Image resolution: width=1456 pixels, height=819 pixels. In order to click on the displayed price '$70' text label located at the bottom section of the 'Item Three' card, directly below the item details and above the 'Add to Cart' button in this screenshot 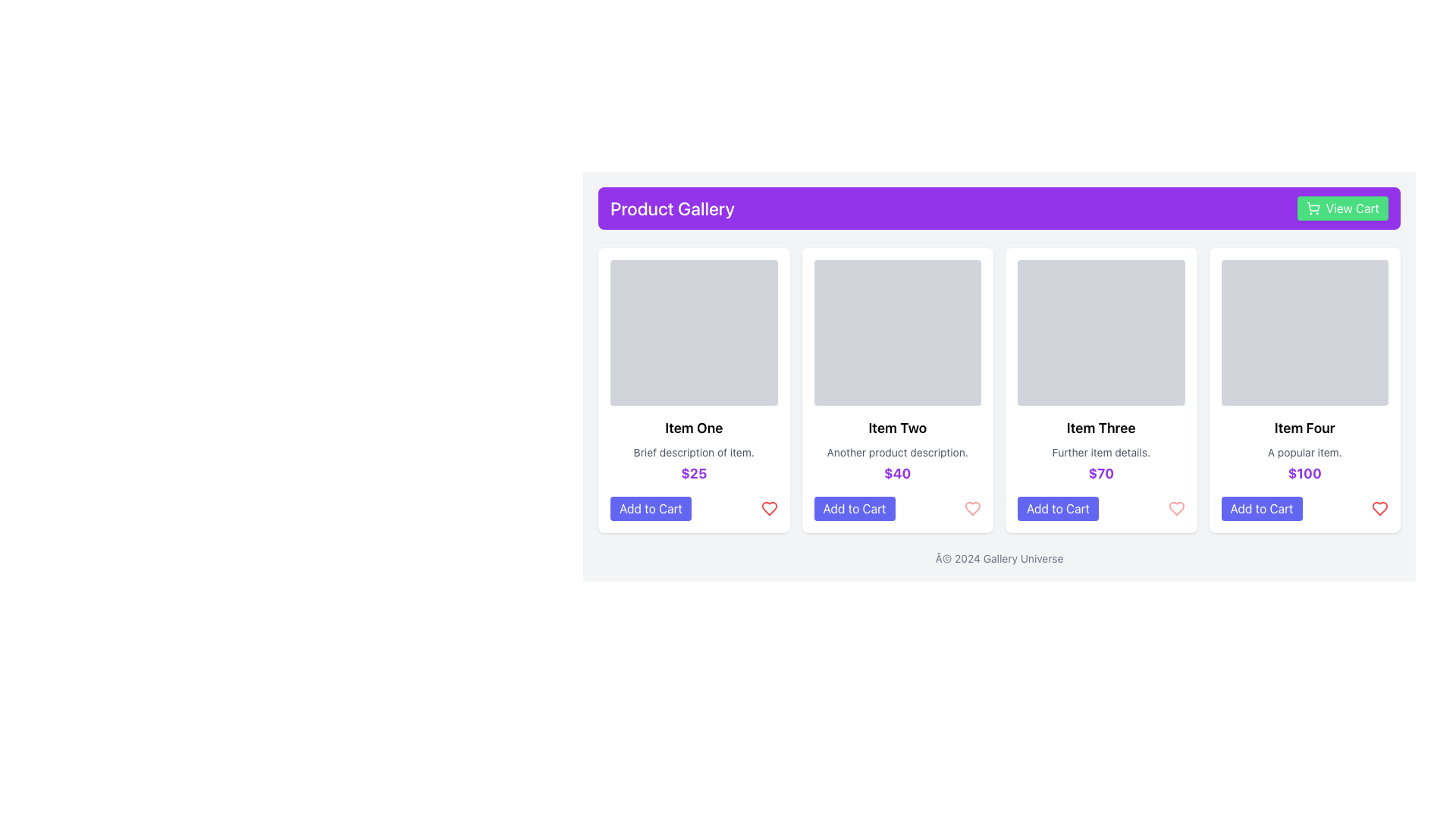, I will do `click(1101, 472)`.